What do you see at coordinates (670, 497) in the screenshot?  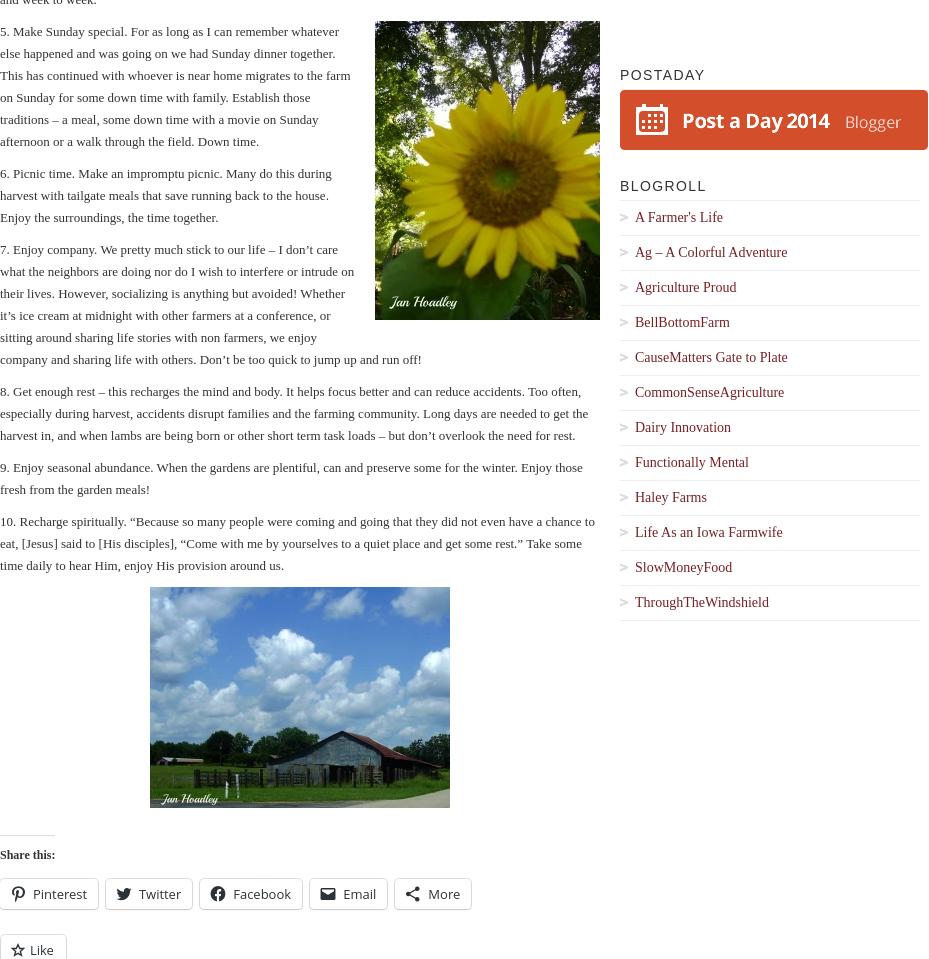 I see `'Haley Farms'` at bounding box center [670, 497].